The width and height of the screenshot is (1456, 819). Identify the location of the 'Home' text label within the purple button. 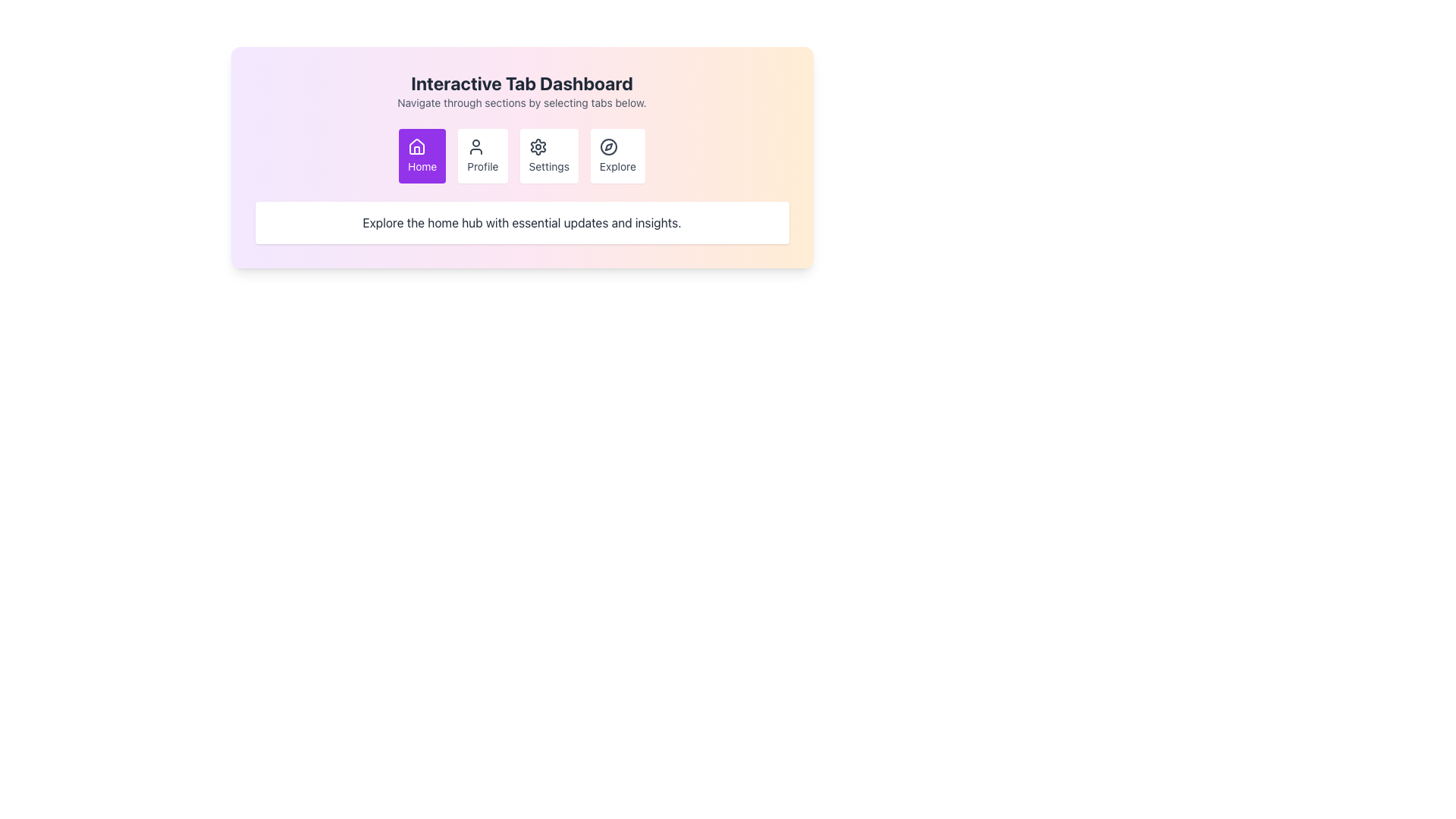
(422, 166).